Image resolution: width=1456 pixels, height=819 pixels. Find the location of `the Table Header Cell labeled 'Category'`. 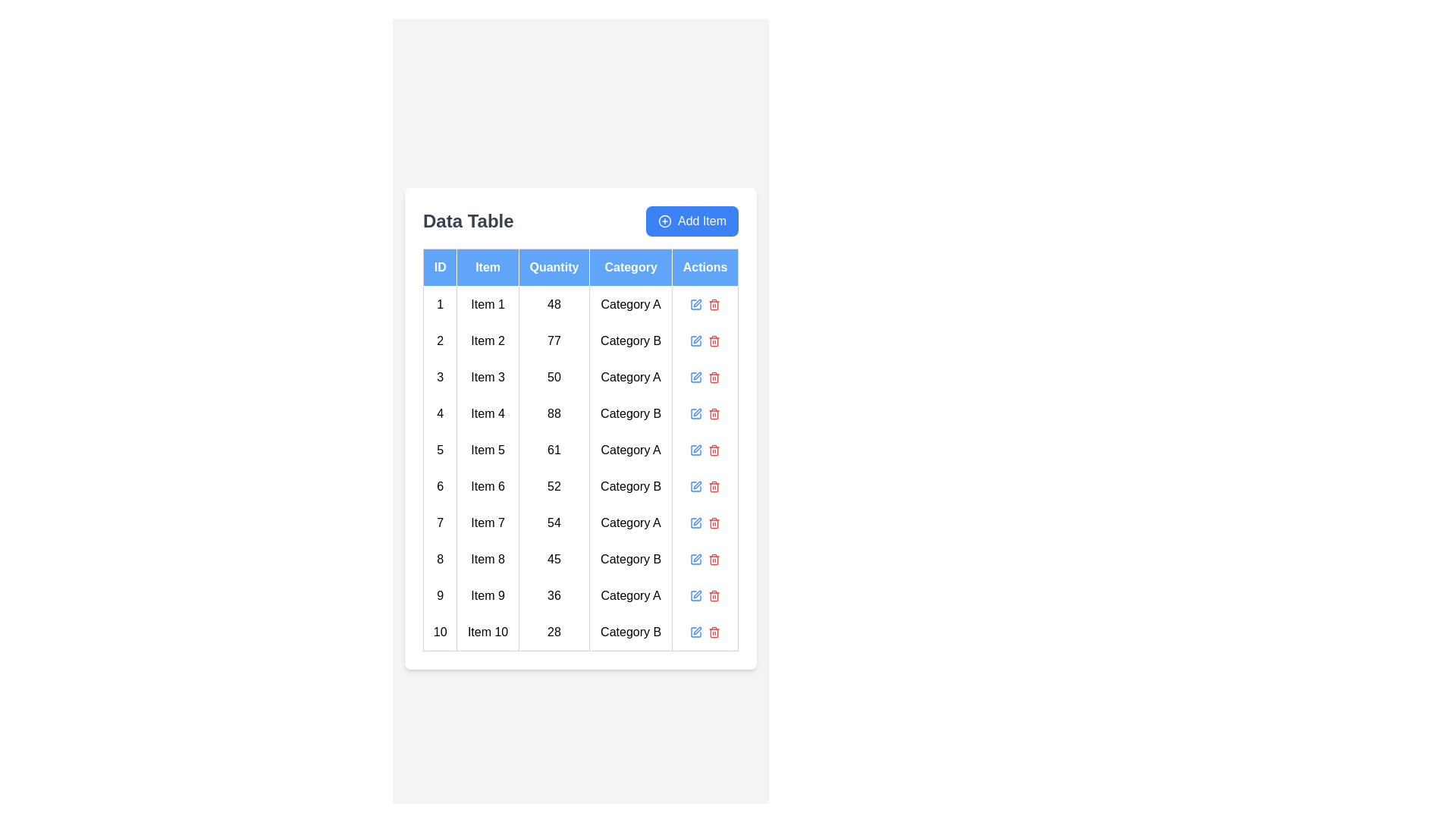

the Table Header Cell labeled 'Category' is located at coordinates (630, 265).